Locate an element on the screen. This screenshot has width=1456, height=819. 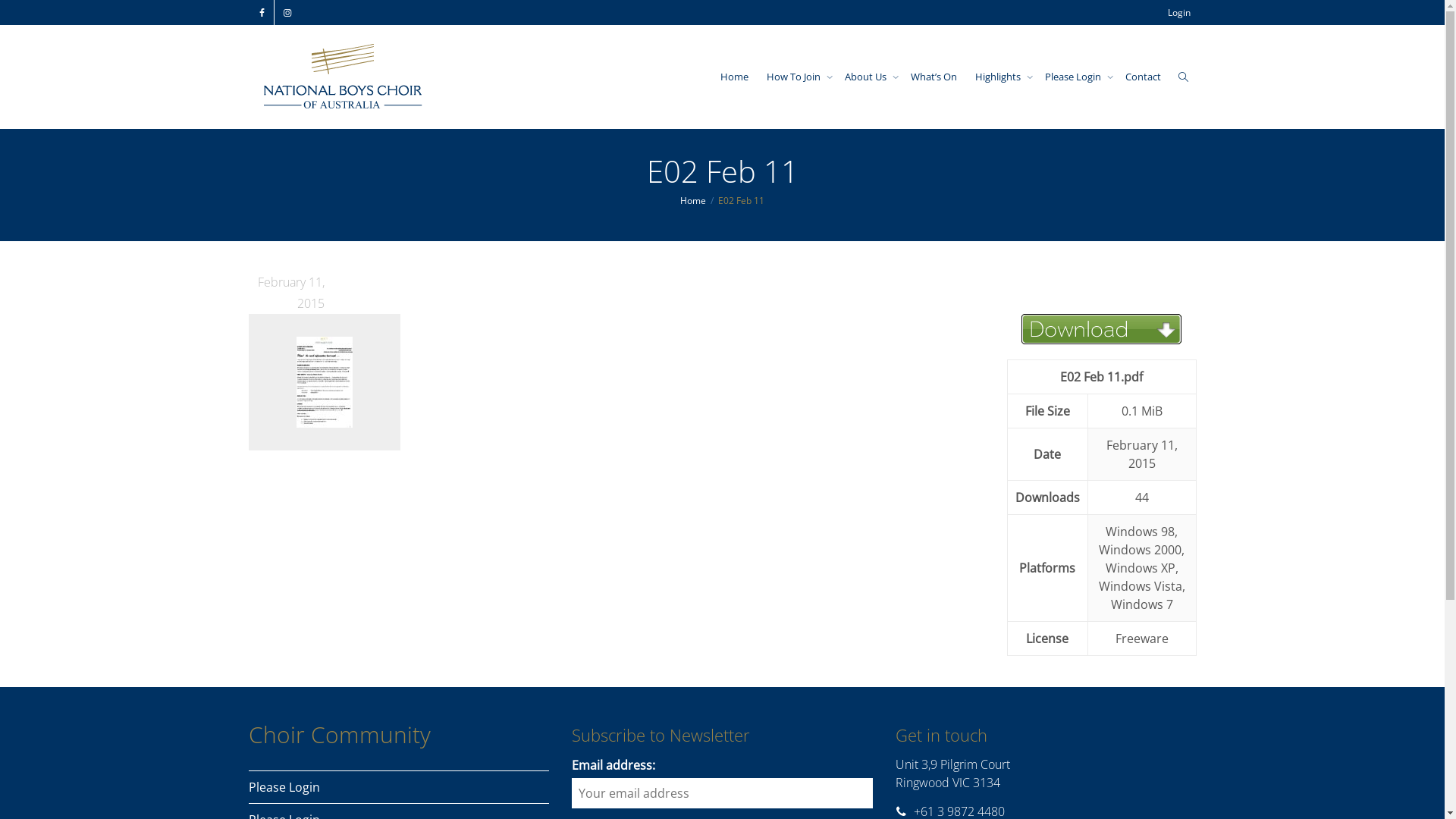
'Home' is located at coordinates (734, 77).